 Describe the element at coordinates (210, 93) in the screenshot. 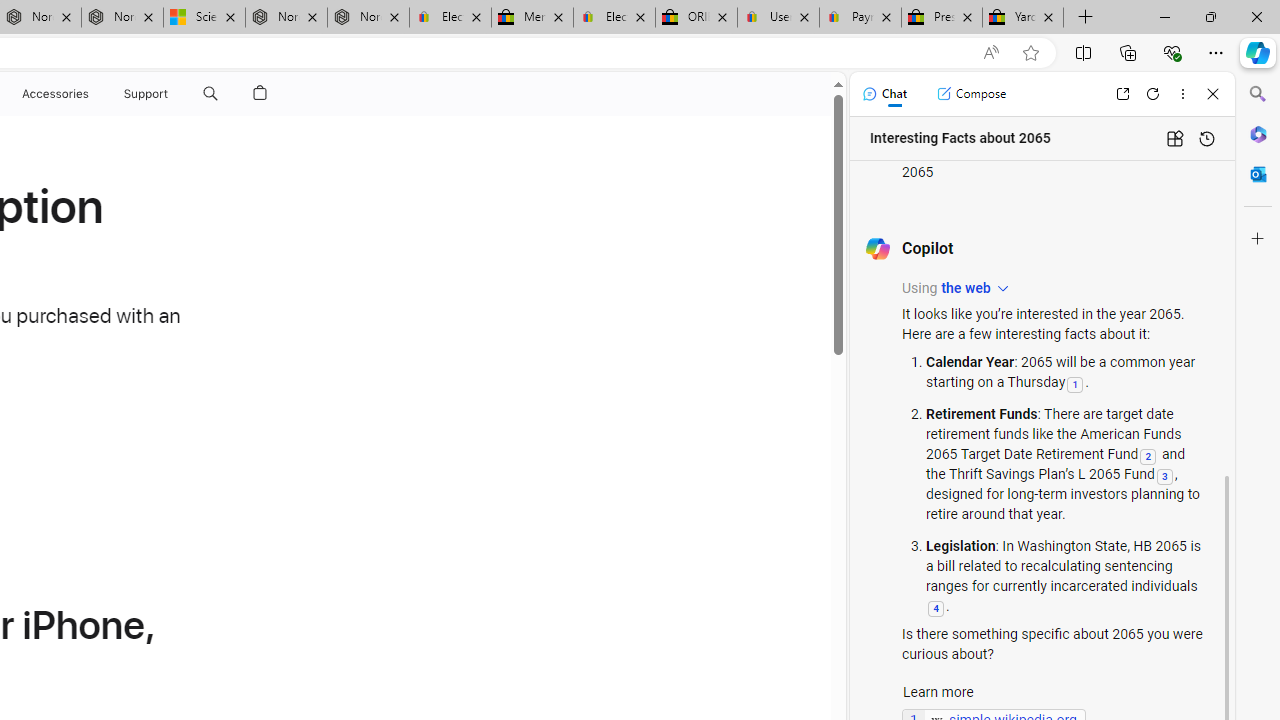

I see `'Class: globalnav-item globalnav-search shift-0-1'` at that location.